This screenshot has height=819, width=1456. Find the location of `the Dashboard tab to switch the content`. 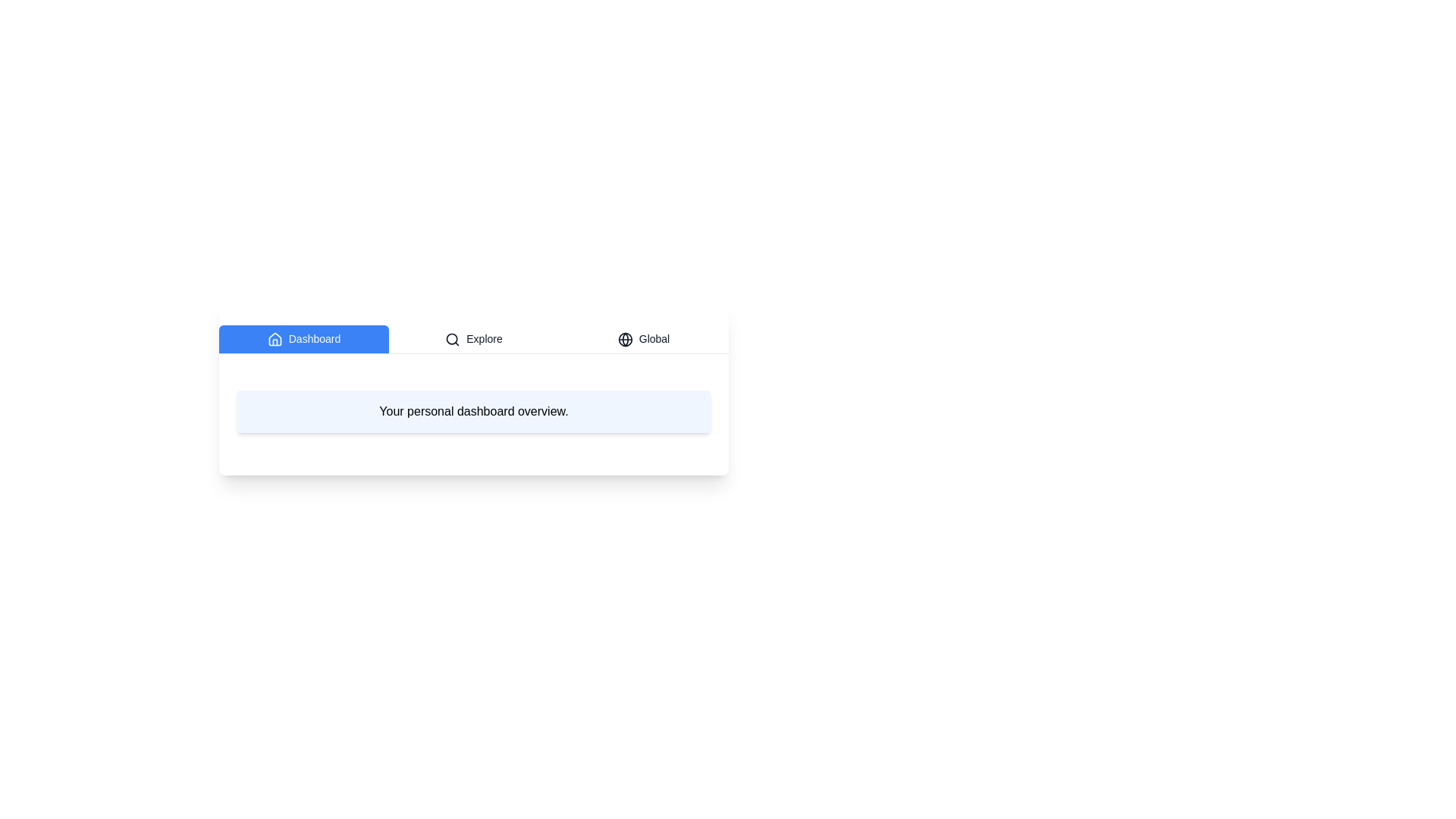

the Dashboard tab to switch the content is located at coordinates (303, 338).